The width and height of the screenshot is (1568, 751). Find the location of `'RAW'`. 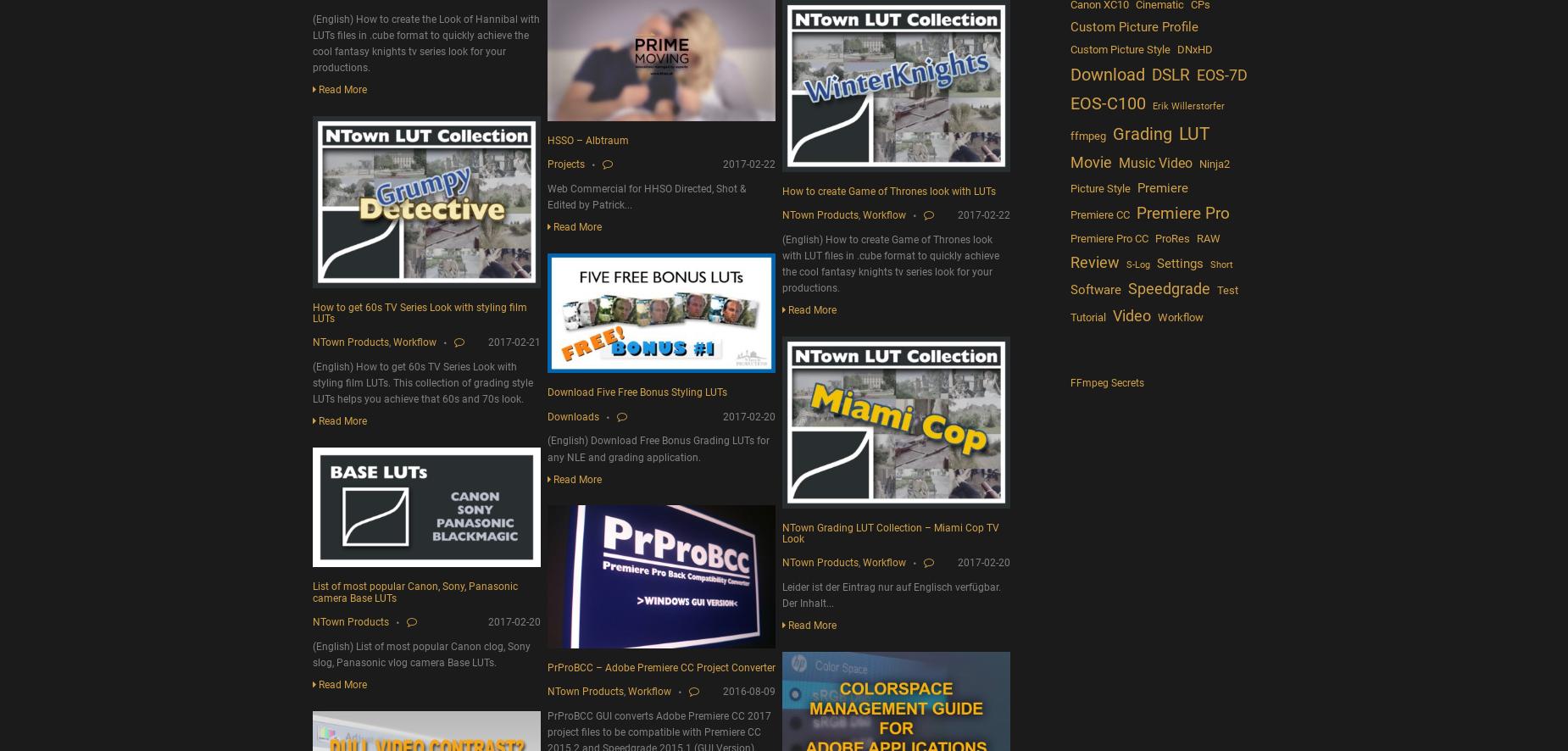

'RAW' is located at coordinates (1195, 237).